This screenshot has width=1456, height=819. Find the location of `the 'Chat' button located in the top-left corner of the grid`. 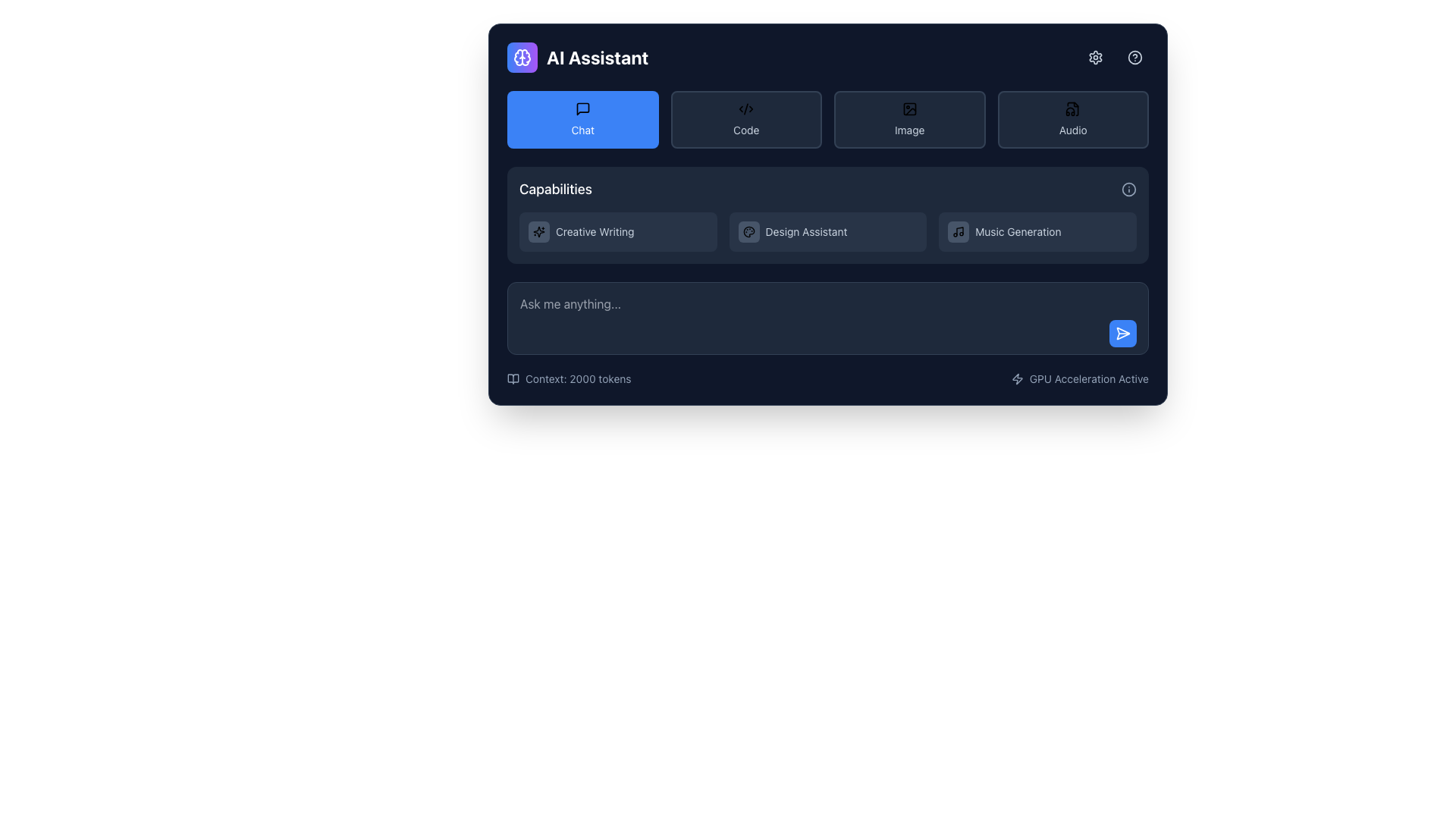

the 'Chat' button located in the top-left corner of the grid is located at coordinates (582, 119).